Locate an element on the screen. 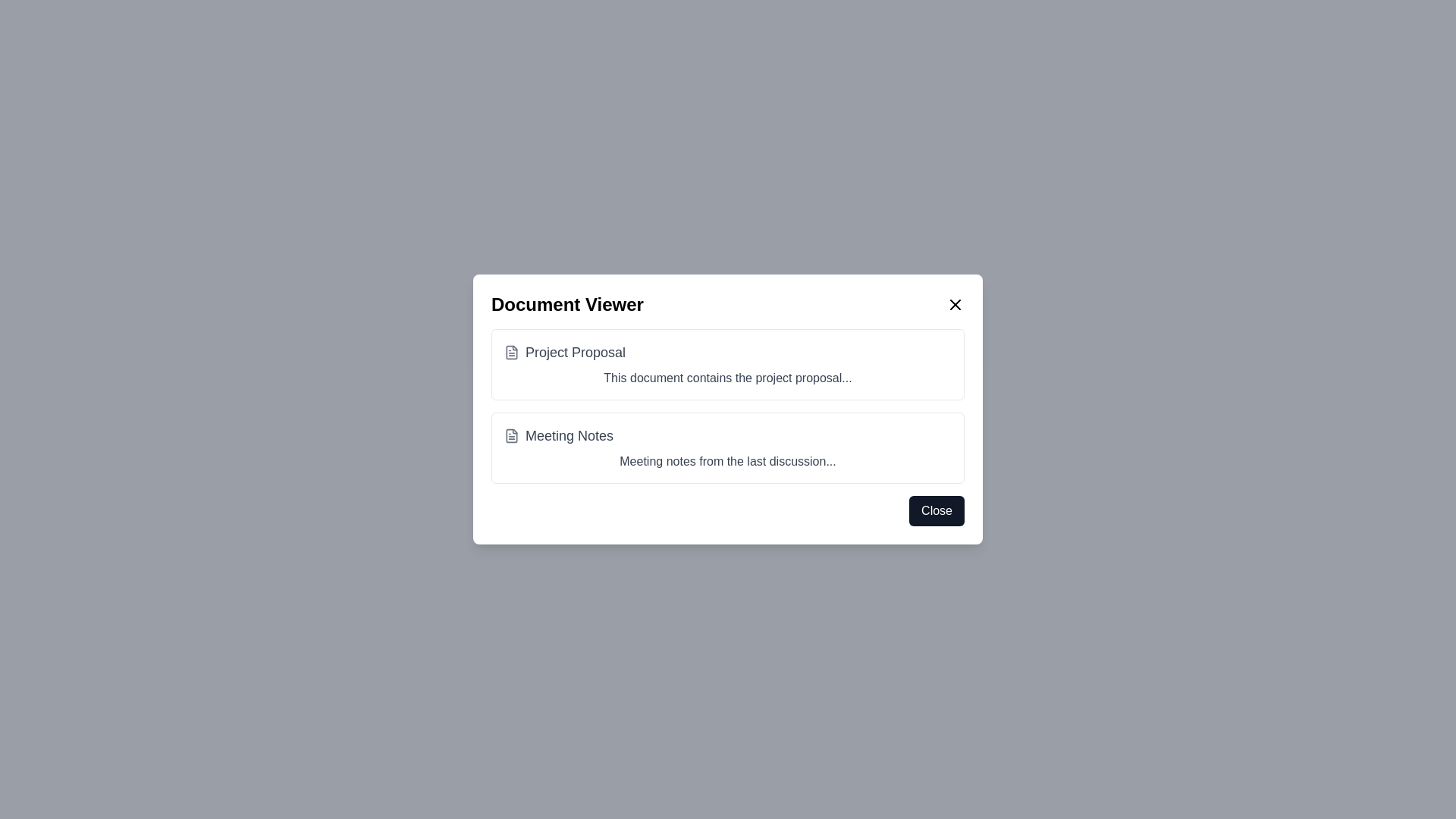 This screenshot has width=1456, height=819. the 'Close' icon graphic located in the top-right corner of the 'Document Viewer' modal is located at coordinates (954, 304).